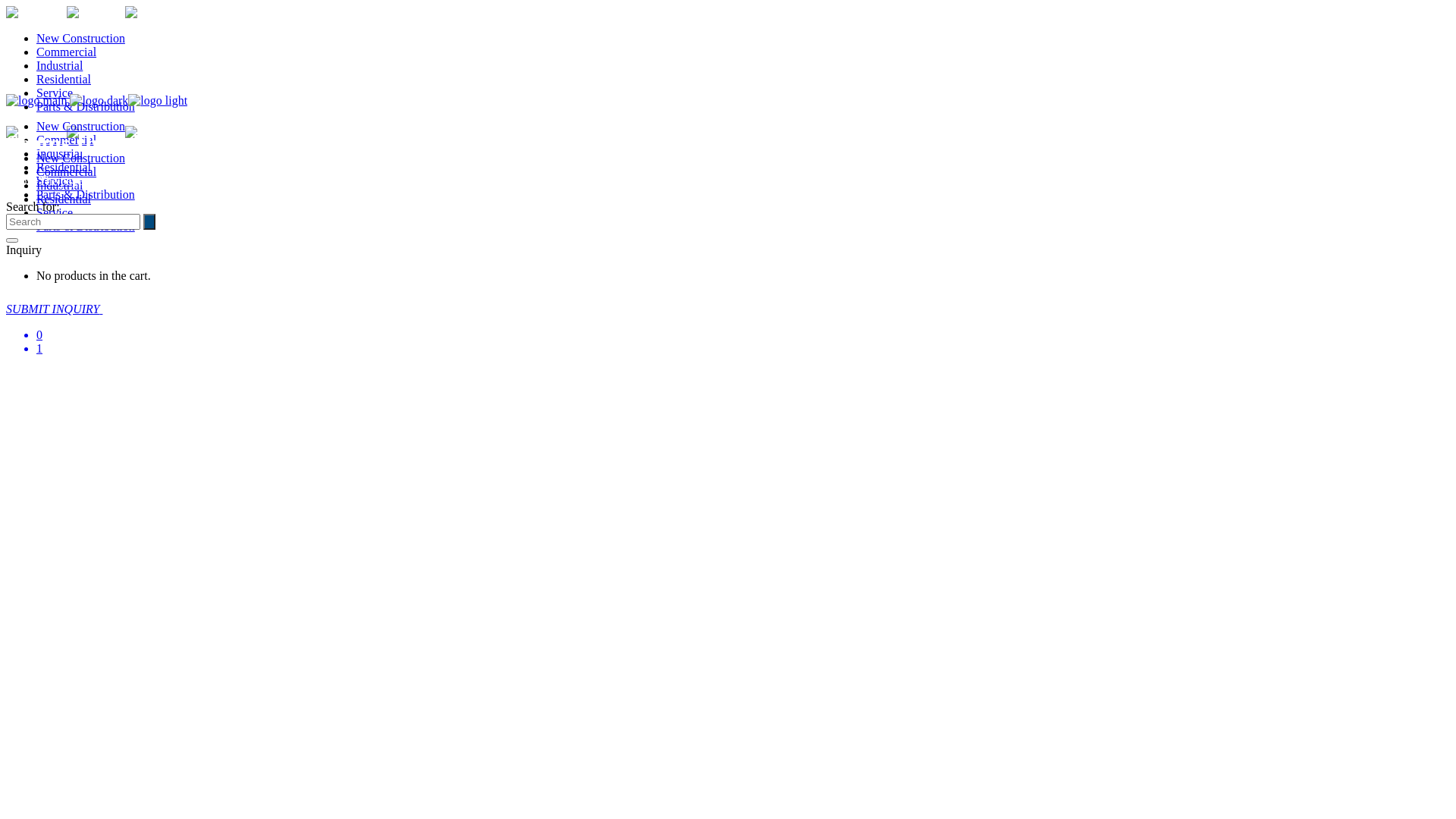  What do you see at coordinates (65, 51) in the screenshot?
I see `'Commercial'` at bounding box center [65, 51].